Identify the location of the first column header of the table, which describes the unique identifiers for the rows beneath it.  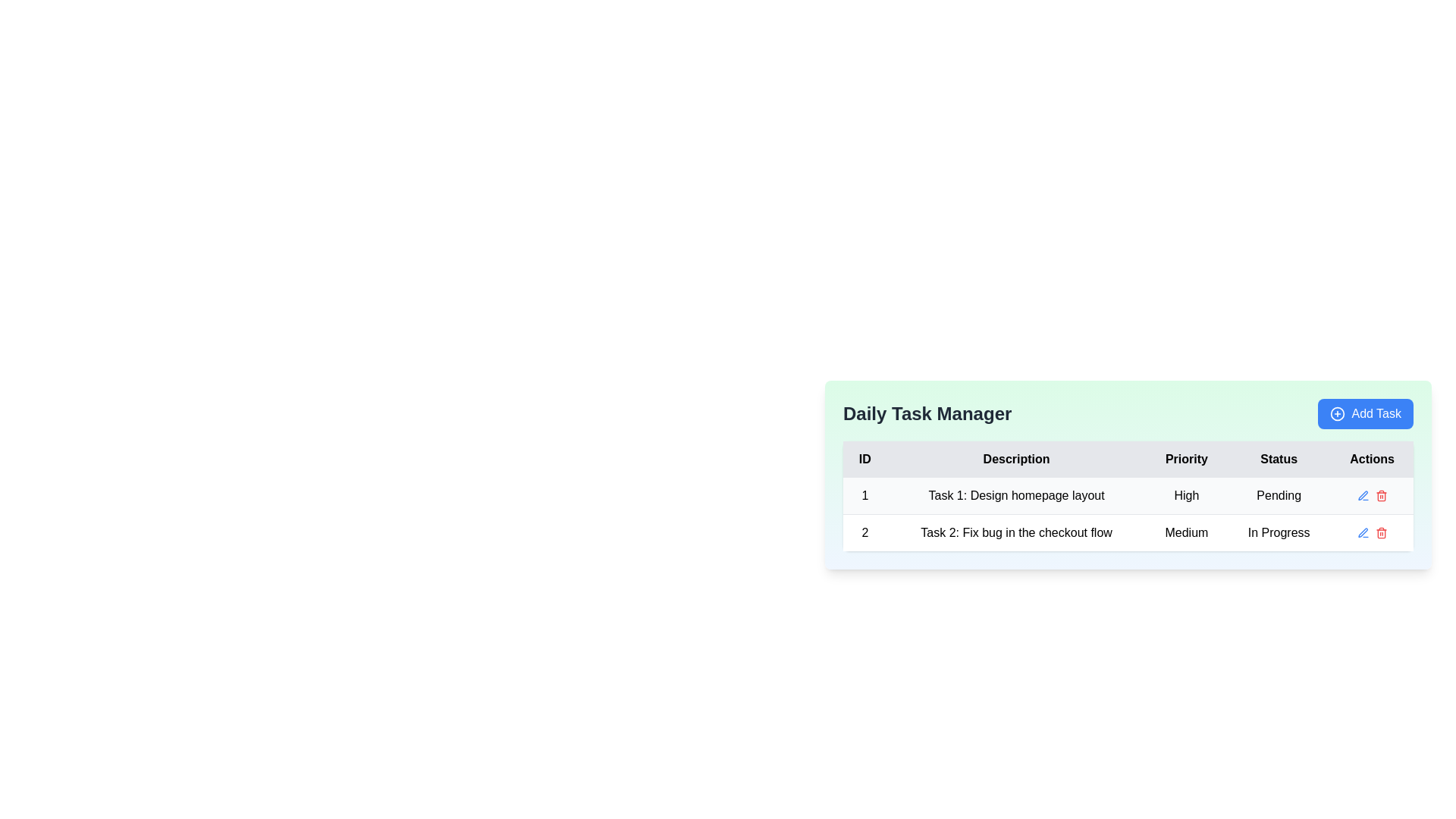
(864, 458).